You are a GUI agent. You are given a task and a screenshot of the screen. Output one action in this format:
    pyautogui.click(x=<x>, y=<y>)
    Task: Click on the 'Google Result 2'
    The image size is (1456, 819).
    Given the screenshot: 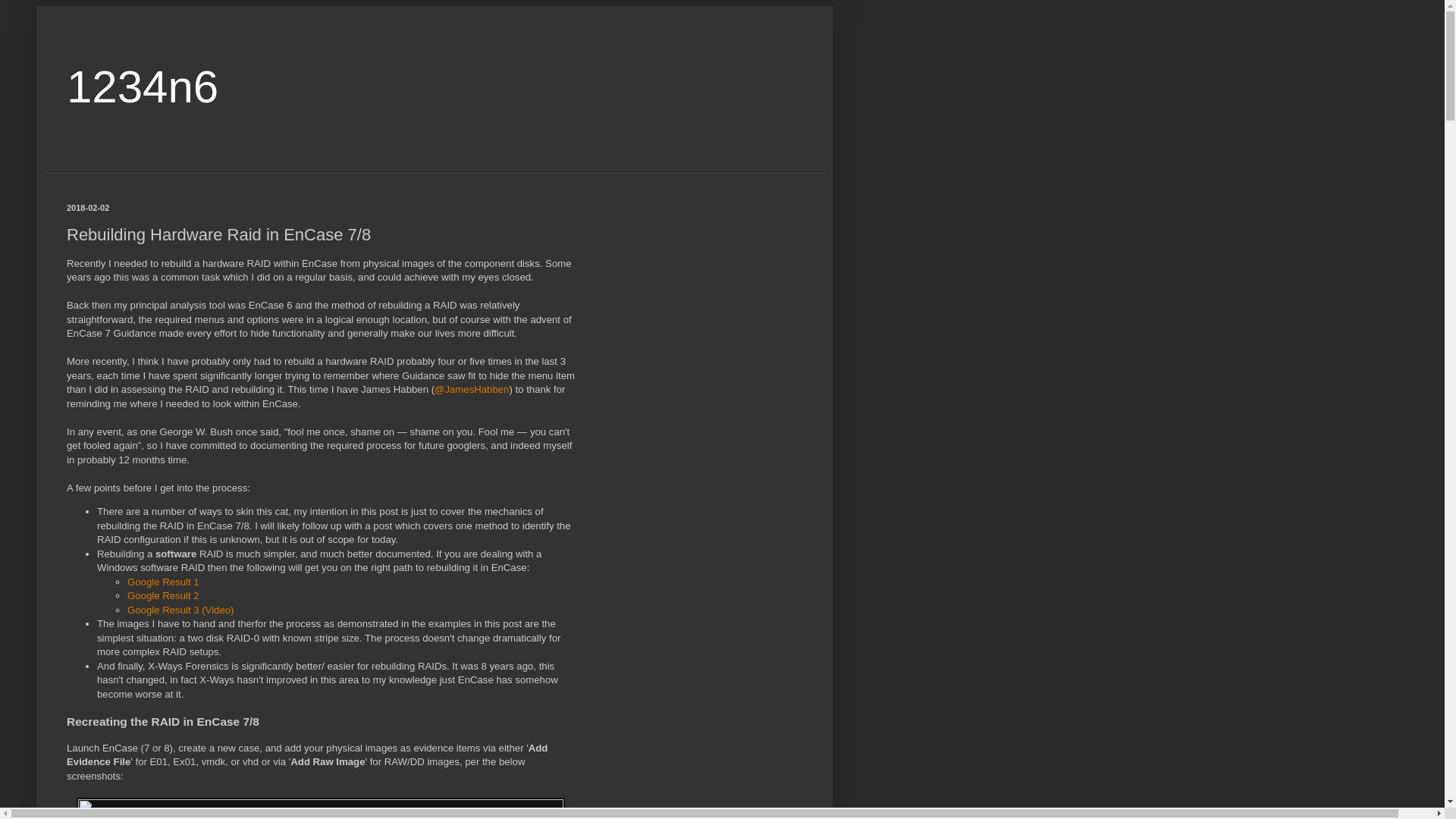 What is the action you would take?
    pyautogui.click(x=163, y=595)
    